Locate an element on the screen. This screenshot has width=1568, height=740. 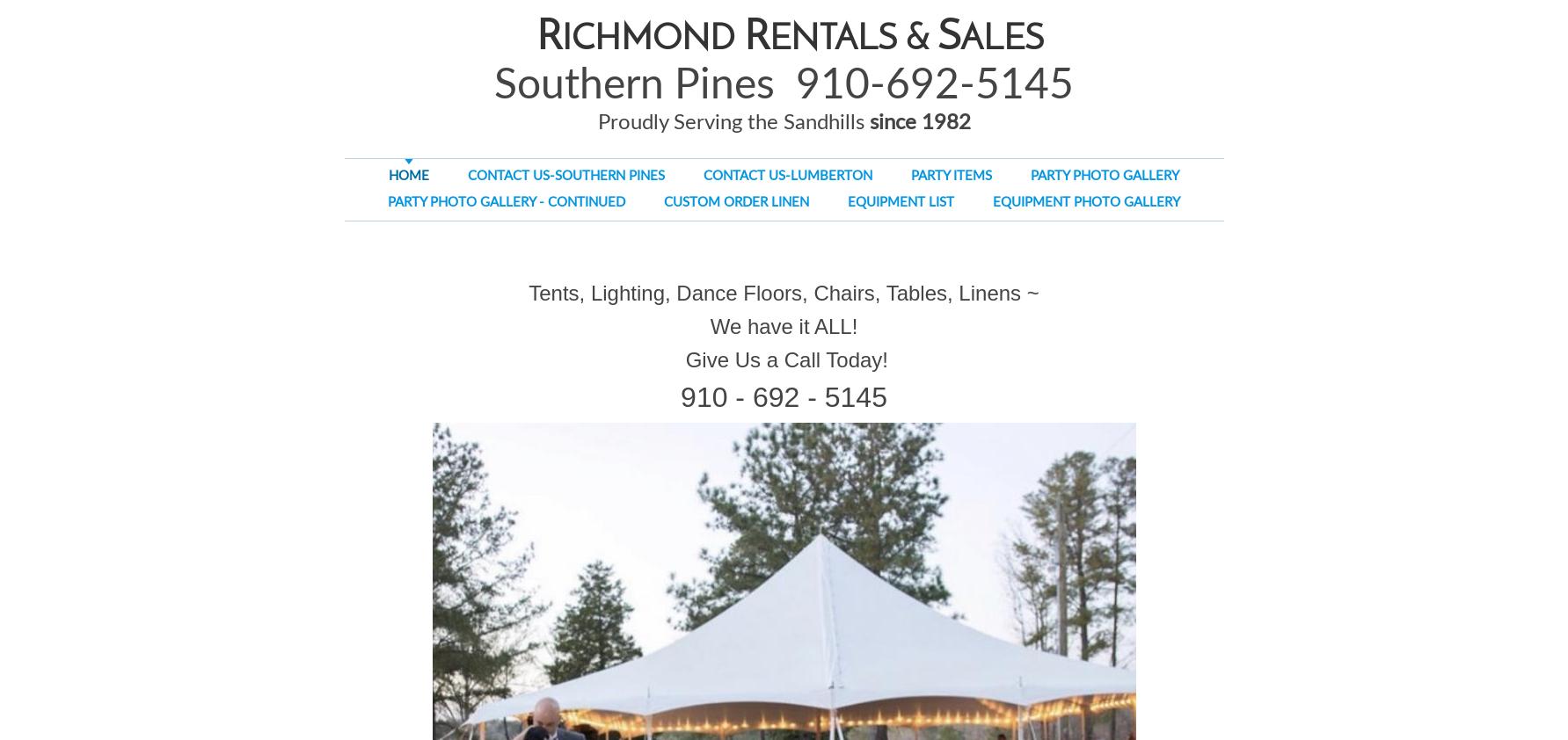
'Tents, Lighting, Dance Floors, Chairs, Tables, Linens ~' is located at coordinates (783, 293).